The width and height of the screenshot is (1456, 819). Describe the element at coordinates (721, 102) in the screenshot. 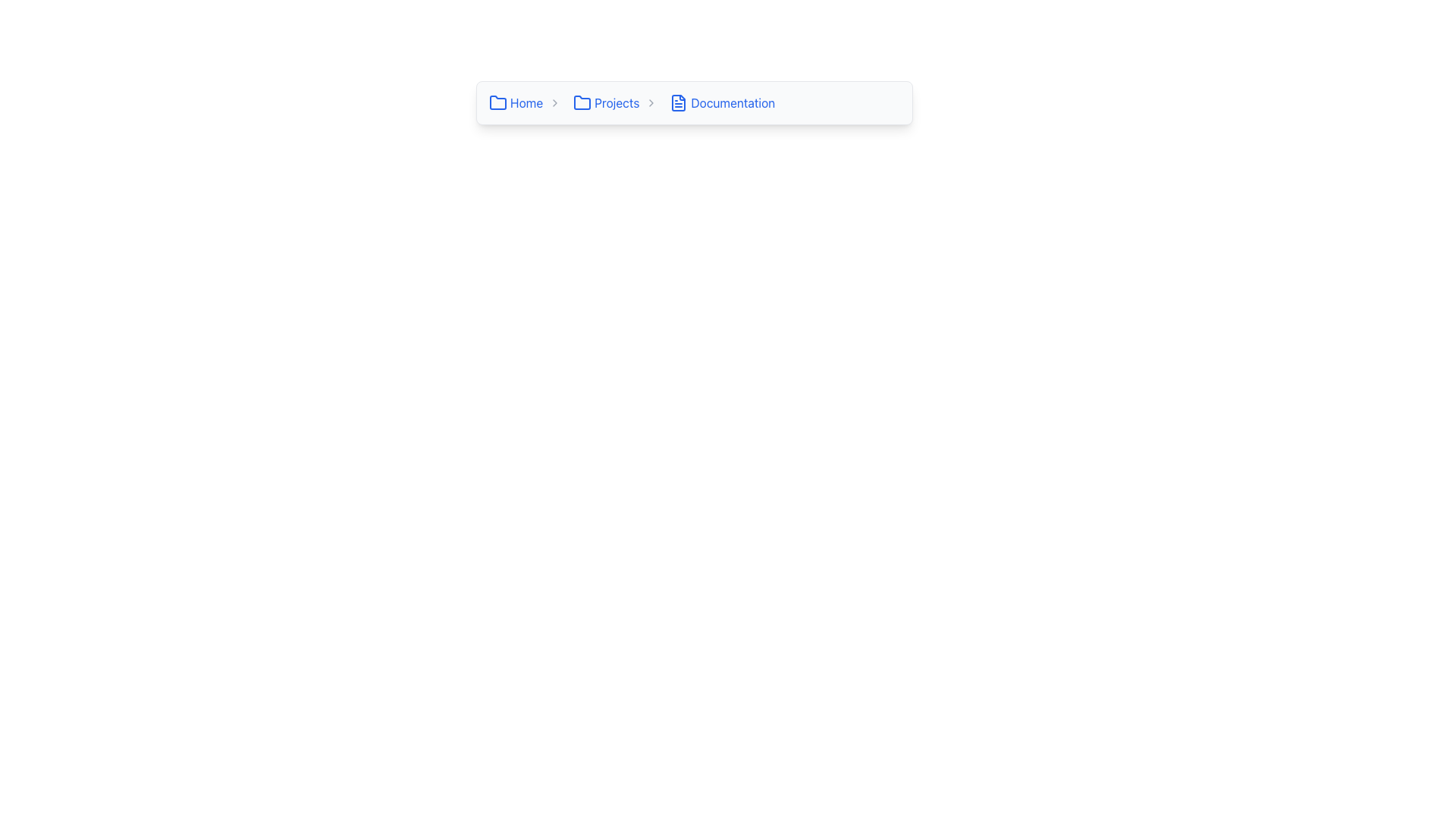

I see `the hyperlinked text labeled 'Documentation' in the breadcrumb navigation` at that location.